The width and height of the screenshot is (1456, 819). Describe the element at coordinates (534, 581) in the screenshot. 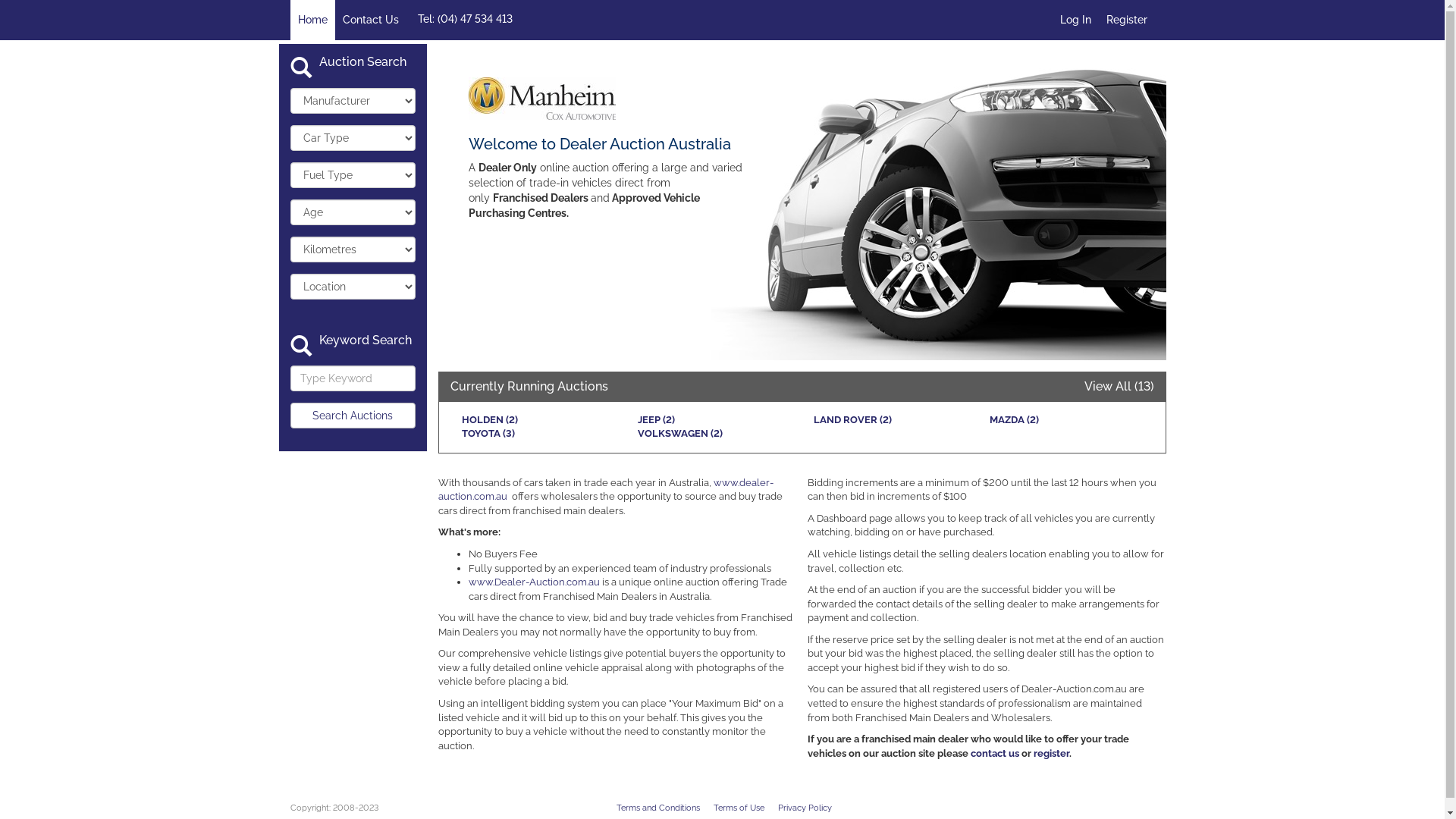

I see `'www.Dealer-Auction.com.au'` at that location.